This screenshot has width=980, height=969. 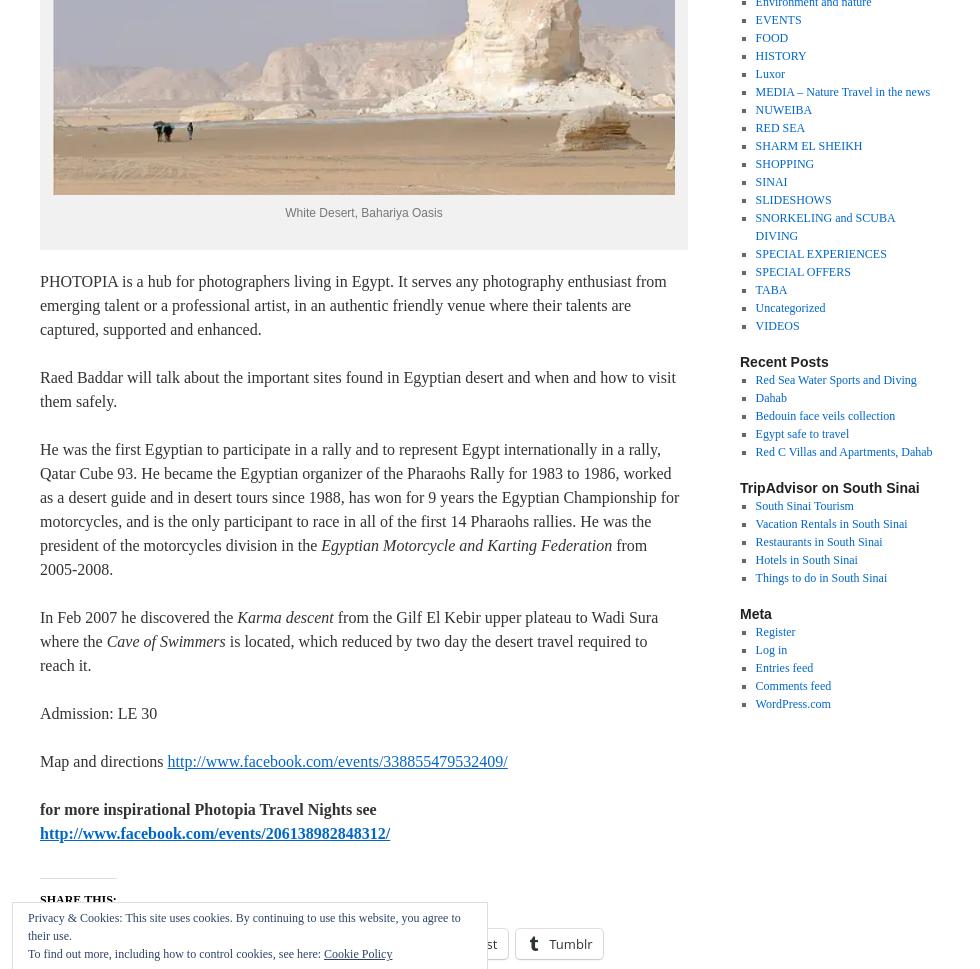 What do you see at coordinates (770, 181) in the screenshot?
I see `'SINAI'` at bounding box center [770, 181].